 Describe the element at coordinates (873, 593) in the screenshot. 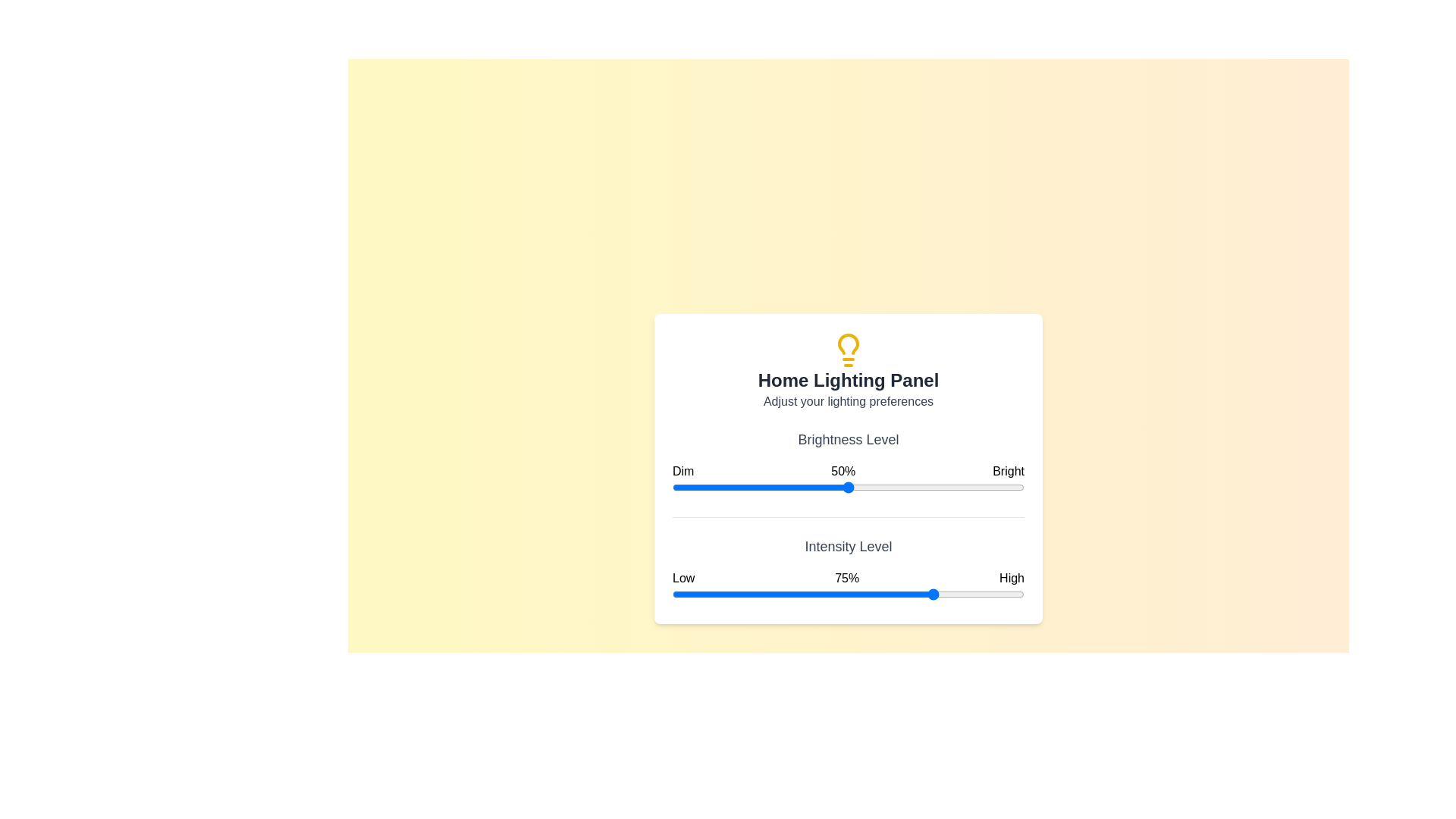

I see `the intensity level` at that location.